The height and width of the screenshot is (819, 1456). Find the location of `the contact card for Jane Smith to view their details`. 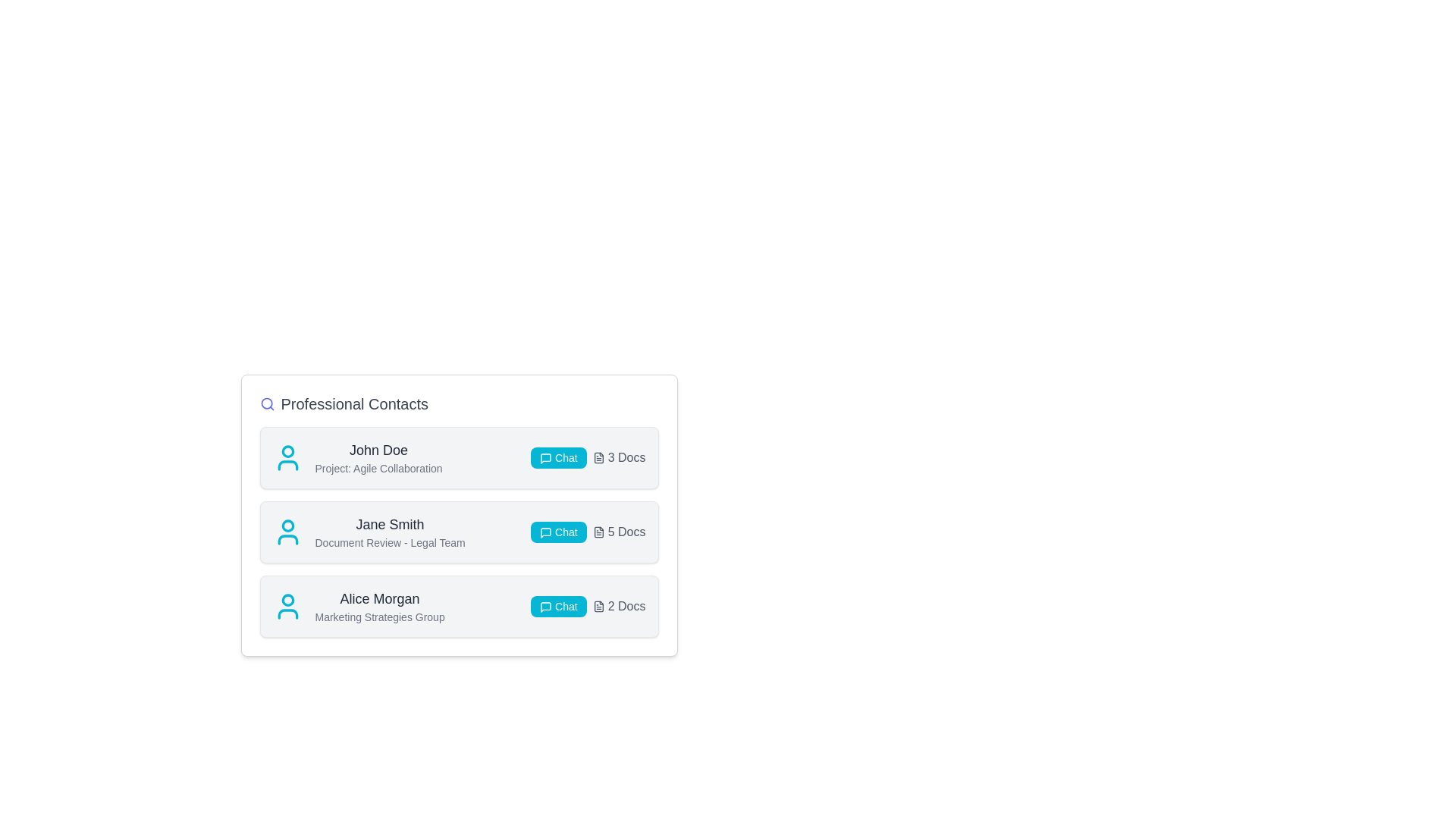

the contact card for Jane Smith to view their details is located at coordinates (458, 532).